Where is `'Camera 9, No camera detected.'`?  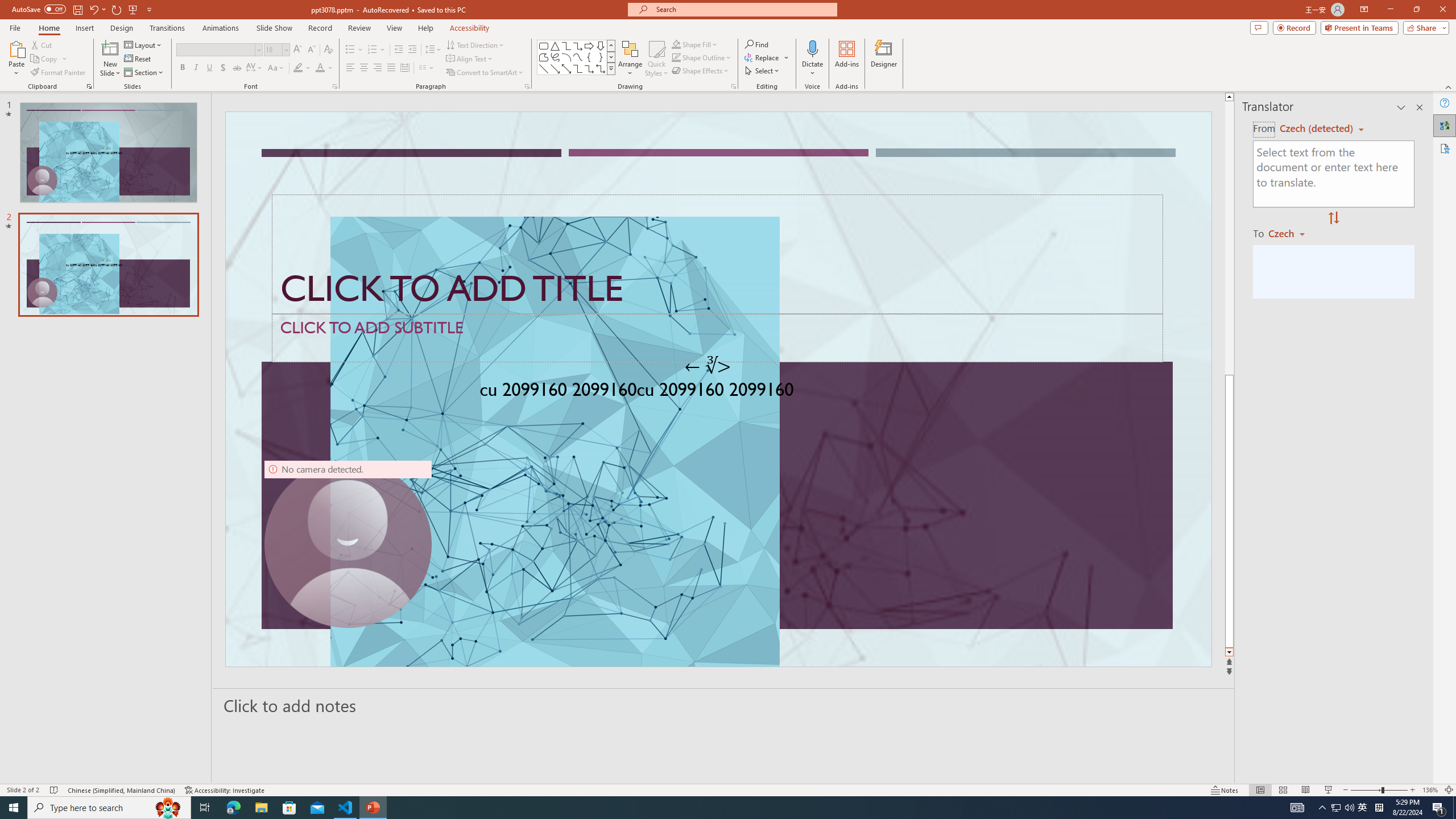 'Camera 9, No camera detected.' is located at coordinates (348, 543).